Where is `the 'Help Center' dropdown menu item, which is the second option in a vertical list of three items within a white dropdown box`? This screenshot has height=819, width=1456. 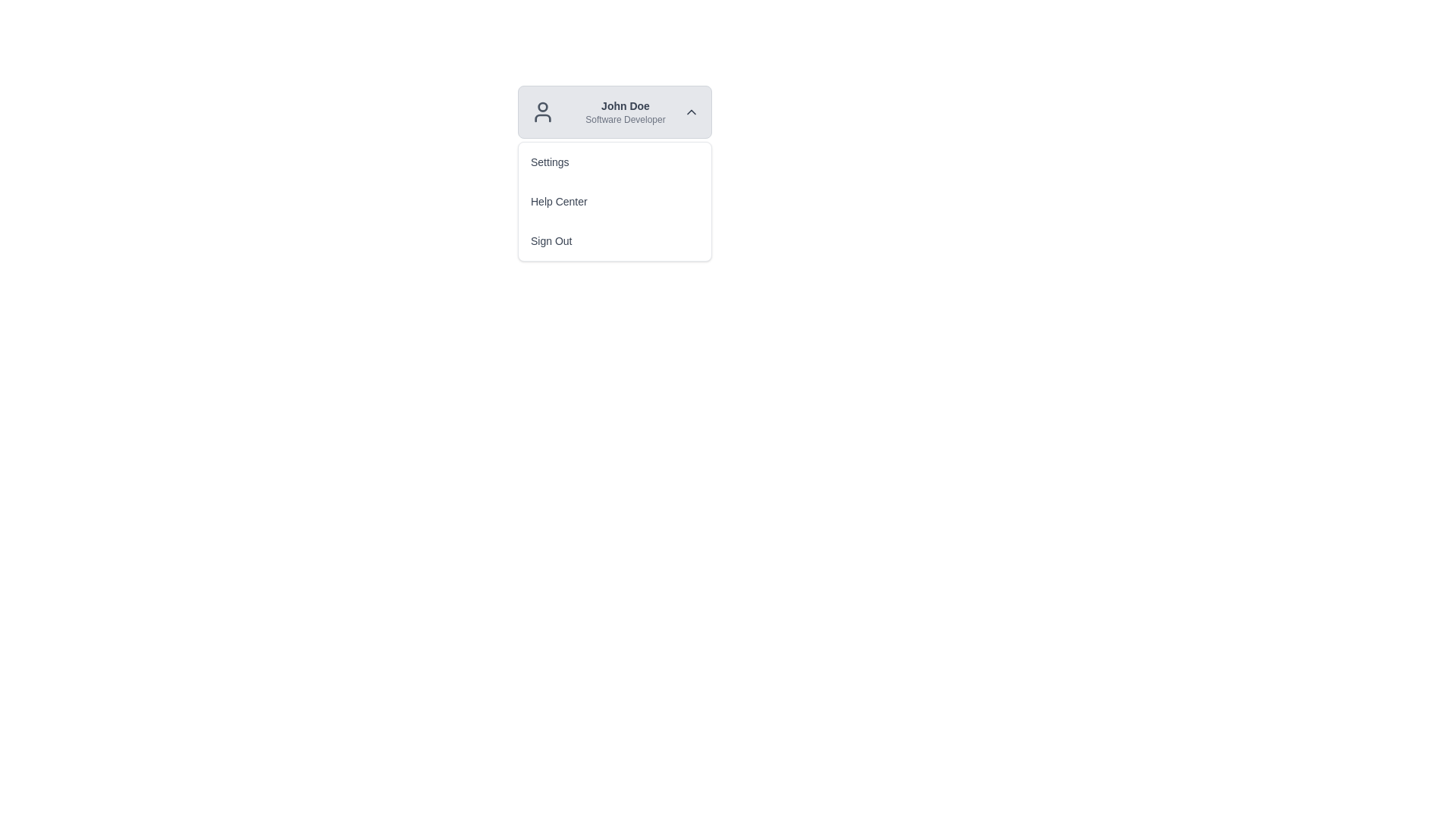 the 'Help Center' dropdown menu item, which is the second option in a vertical list of three items within a white dropdown box is located at coordinates (615, 201).